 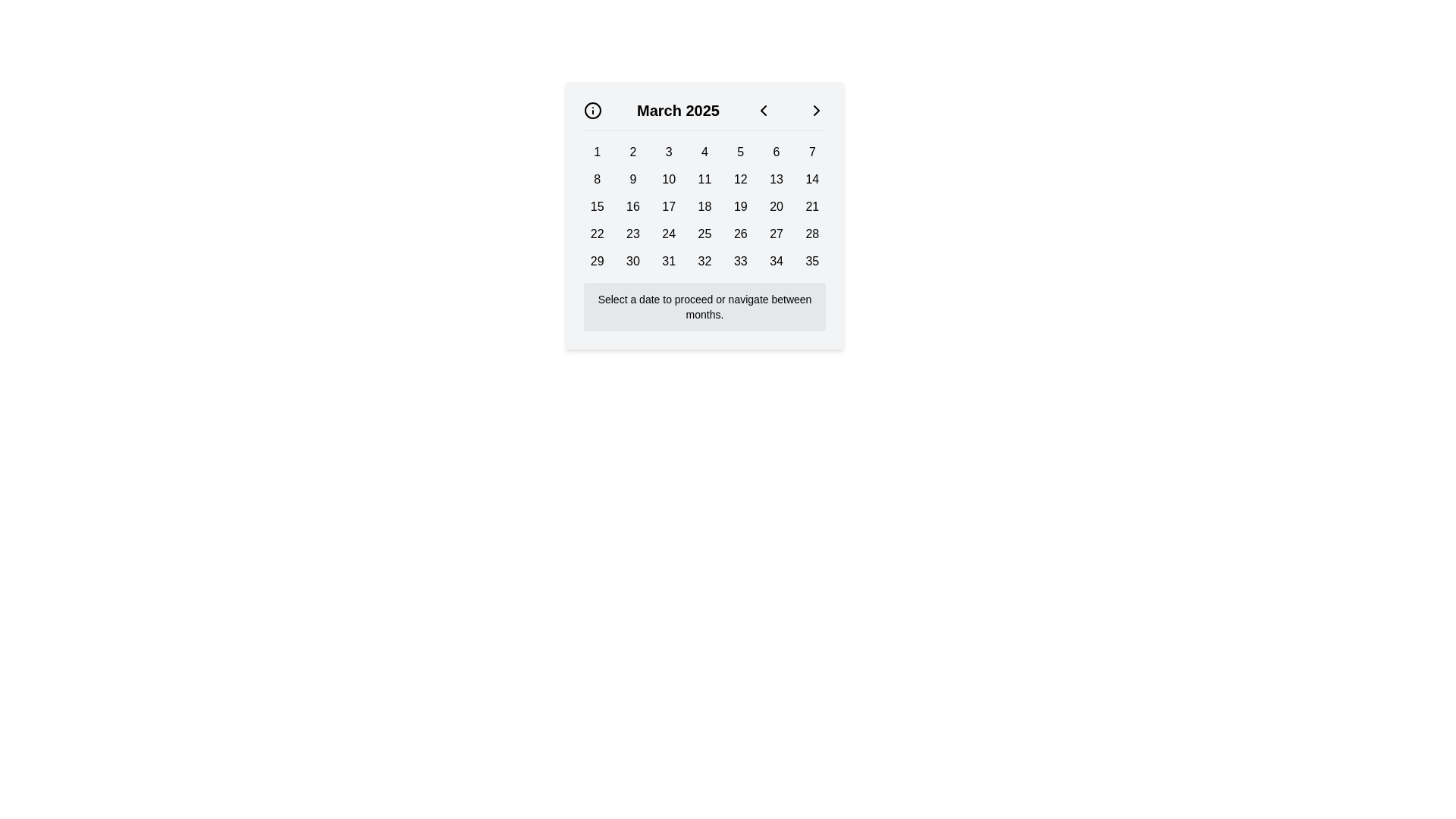 What do you see at coordinates (777, 207) in the screenshot?
I see `the button labeled '20' in the third row and sixth column of the calendar grid` at bounding box center [777, 207].